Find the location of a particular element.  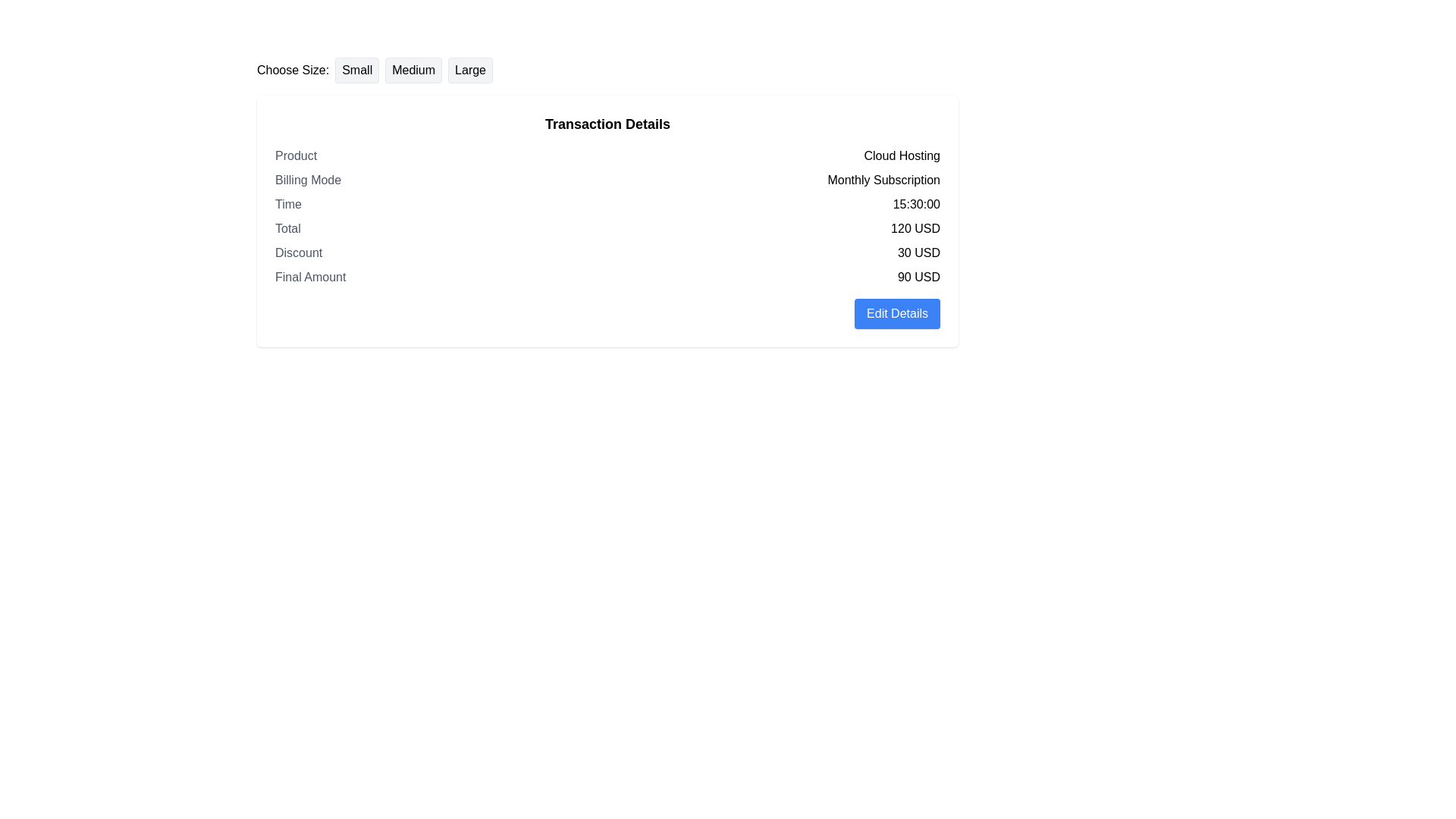

the medium-sized rectangular button labeled 'Medium' is located at coordinates (413, 70).